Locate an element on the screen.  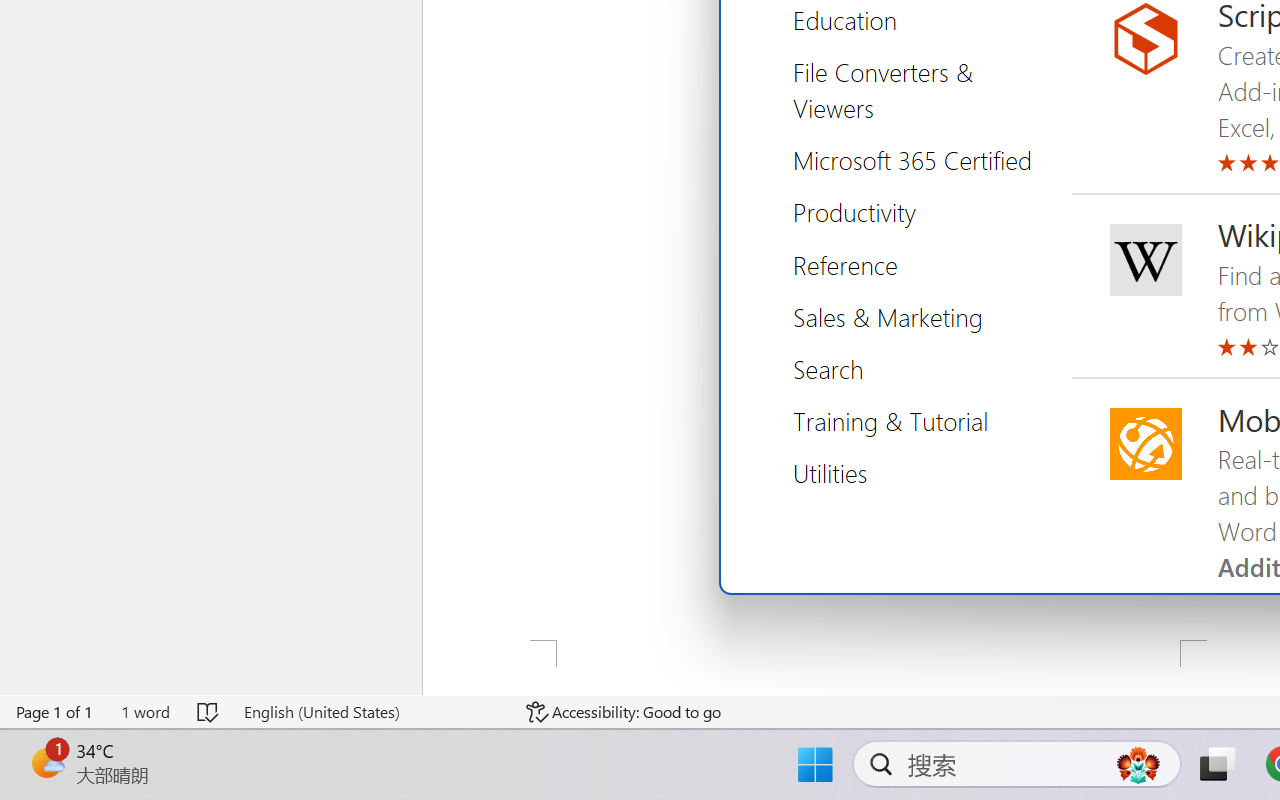
'Language English (United States)' is located at coordinates (371, 711).